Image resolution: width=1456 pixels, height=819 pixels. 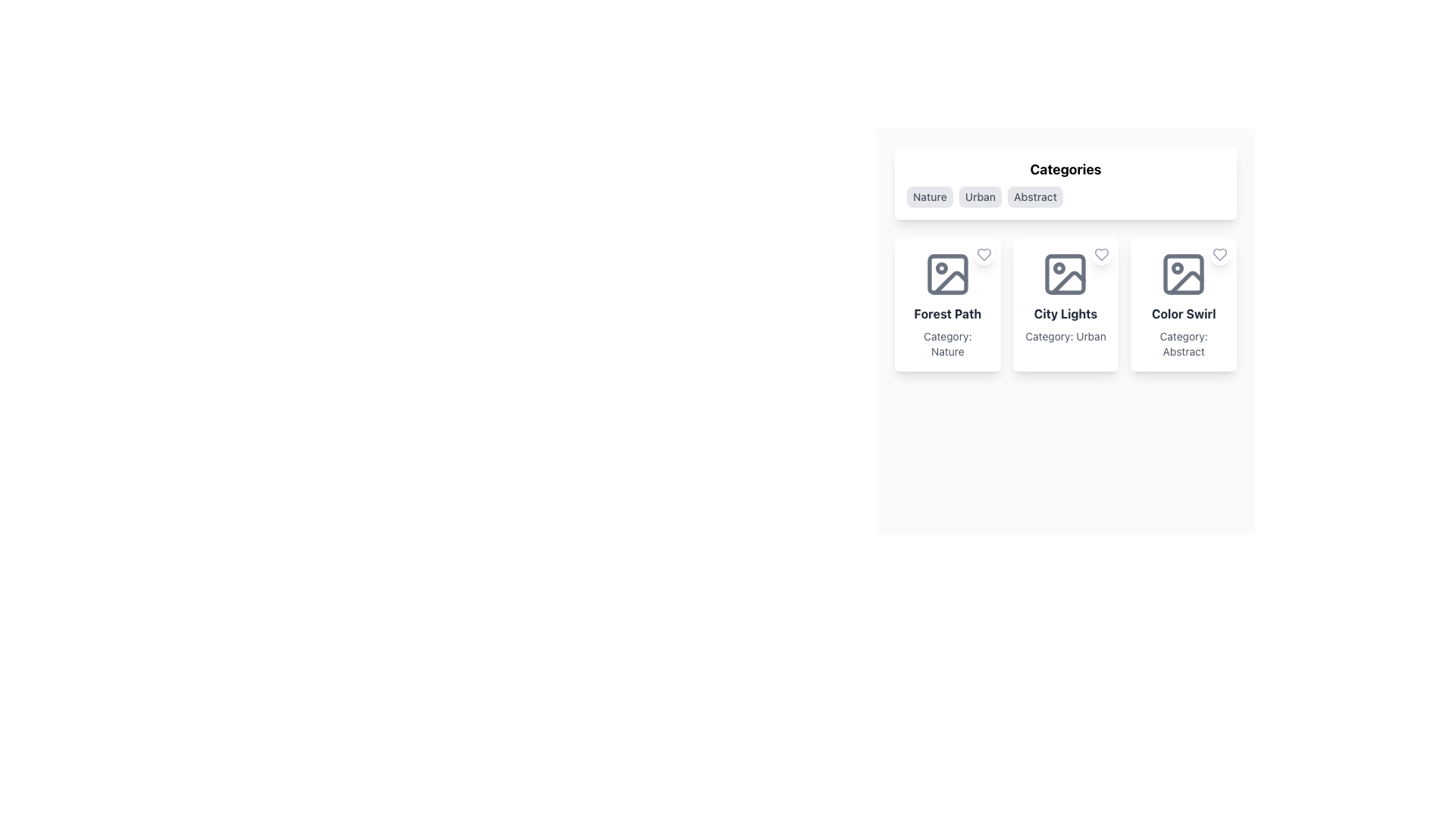 I want to click on the Information card representing an urban-themed category, located in the middle of a three-item horizontal grid layout, so click(x=1065, y=304).